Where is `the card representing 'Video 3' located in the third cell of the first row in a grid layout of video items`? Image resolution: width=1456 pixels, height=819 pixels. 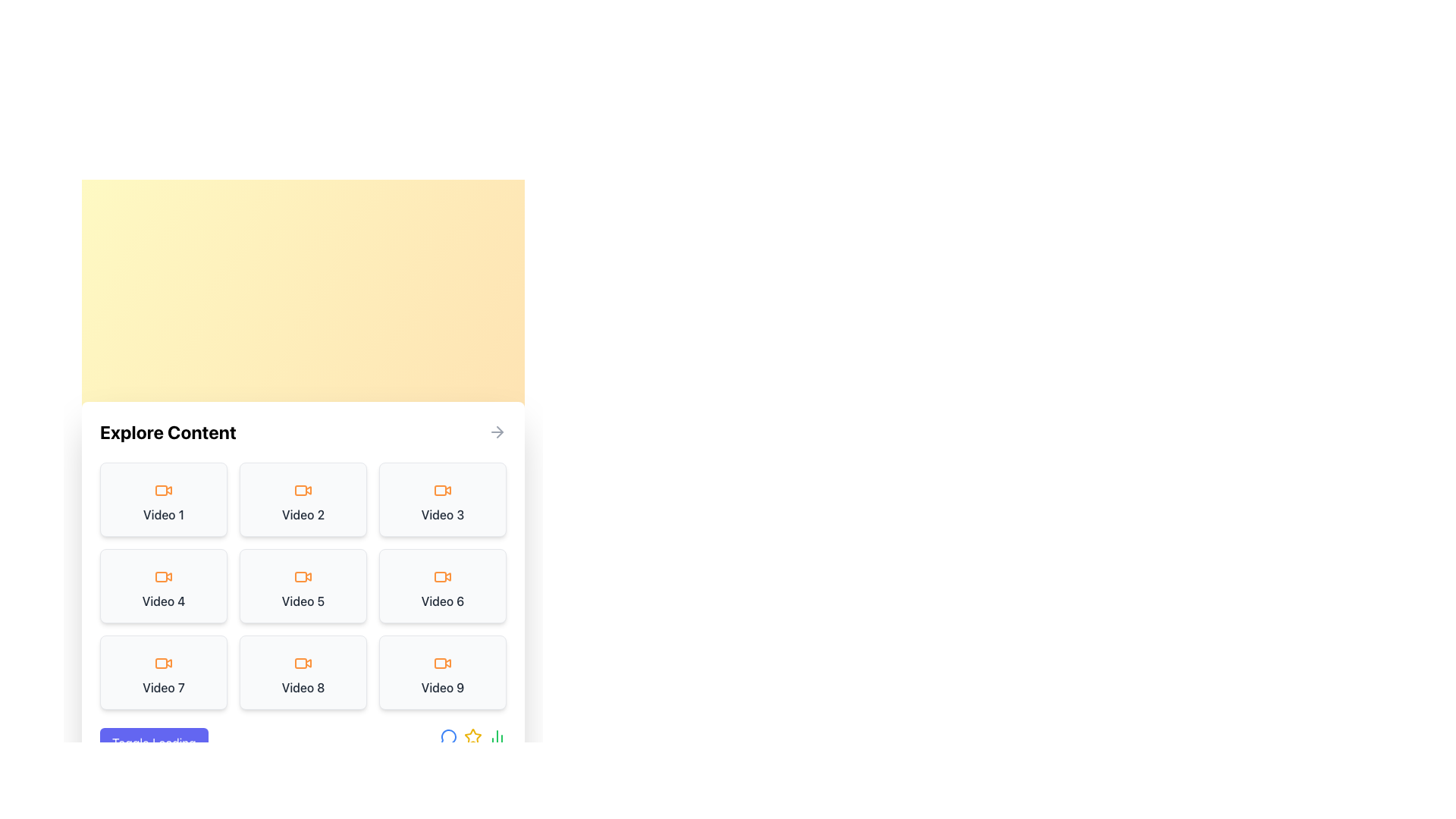 the card representing 'Video 3' located in the third cell of the first row in a grid layout of video items is located at coordinates (442, 500).